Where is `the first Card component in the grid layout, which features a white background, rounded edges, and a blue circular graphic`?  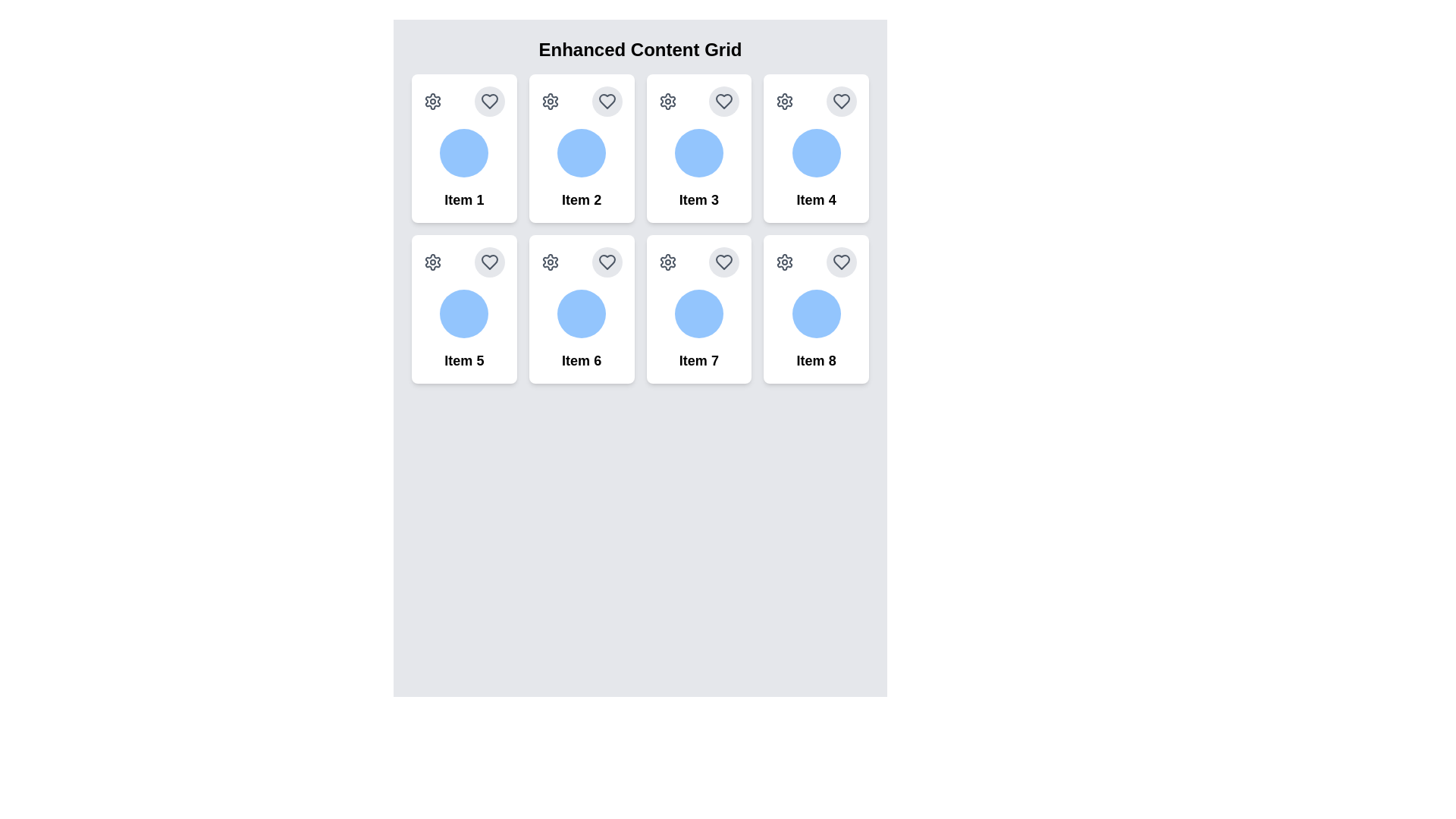 the first Card component in the grid layout, which features a white background, rounded edges, and a blue circular graphic is located at coordinates (463, 149).